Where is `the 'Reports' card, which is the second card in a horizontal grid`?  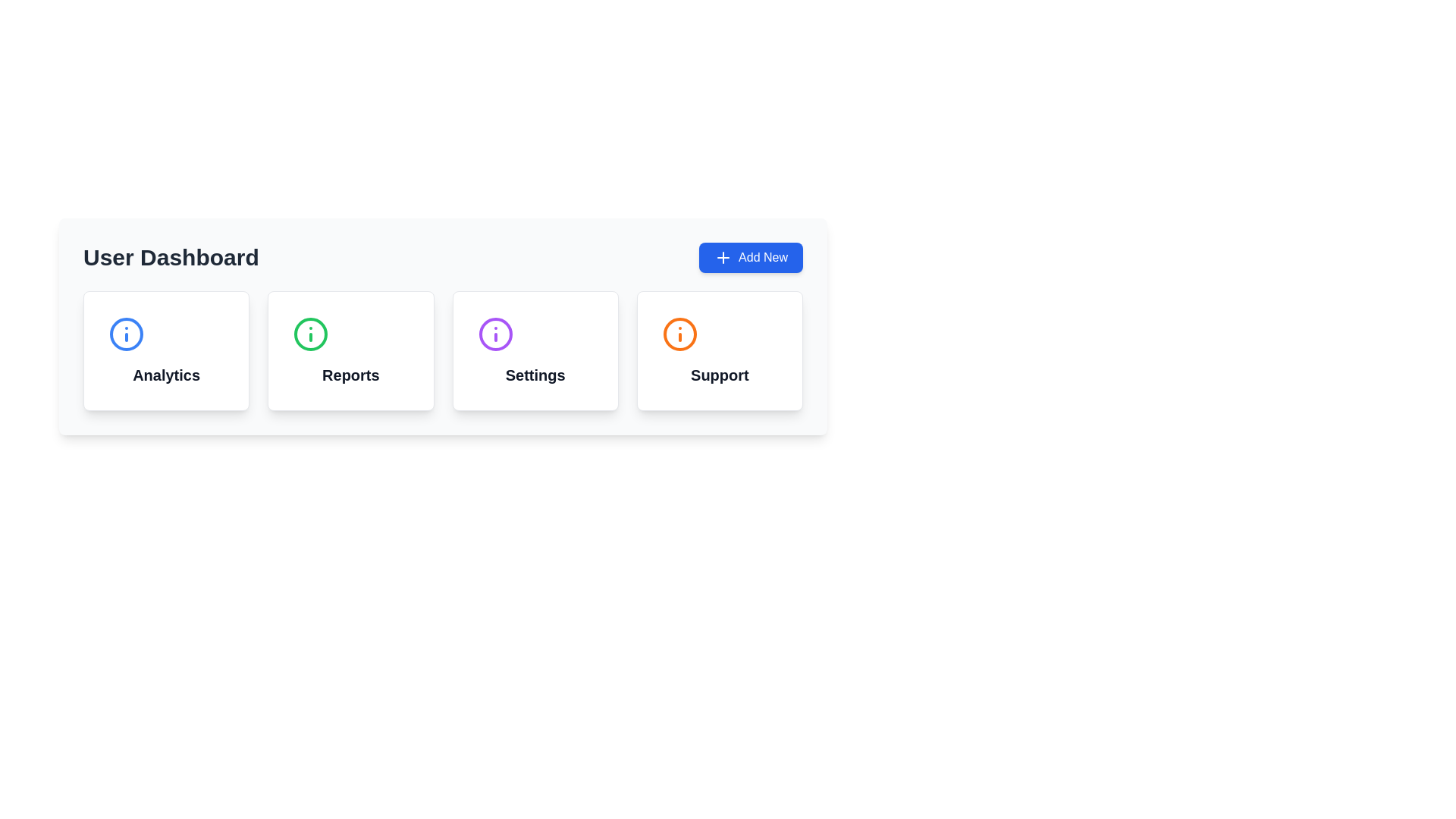 the 'Reports' card, which is the second card in a horizontal grid is located at coordinates (350, 350).